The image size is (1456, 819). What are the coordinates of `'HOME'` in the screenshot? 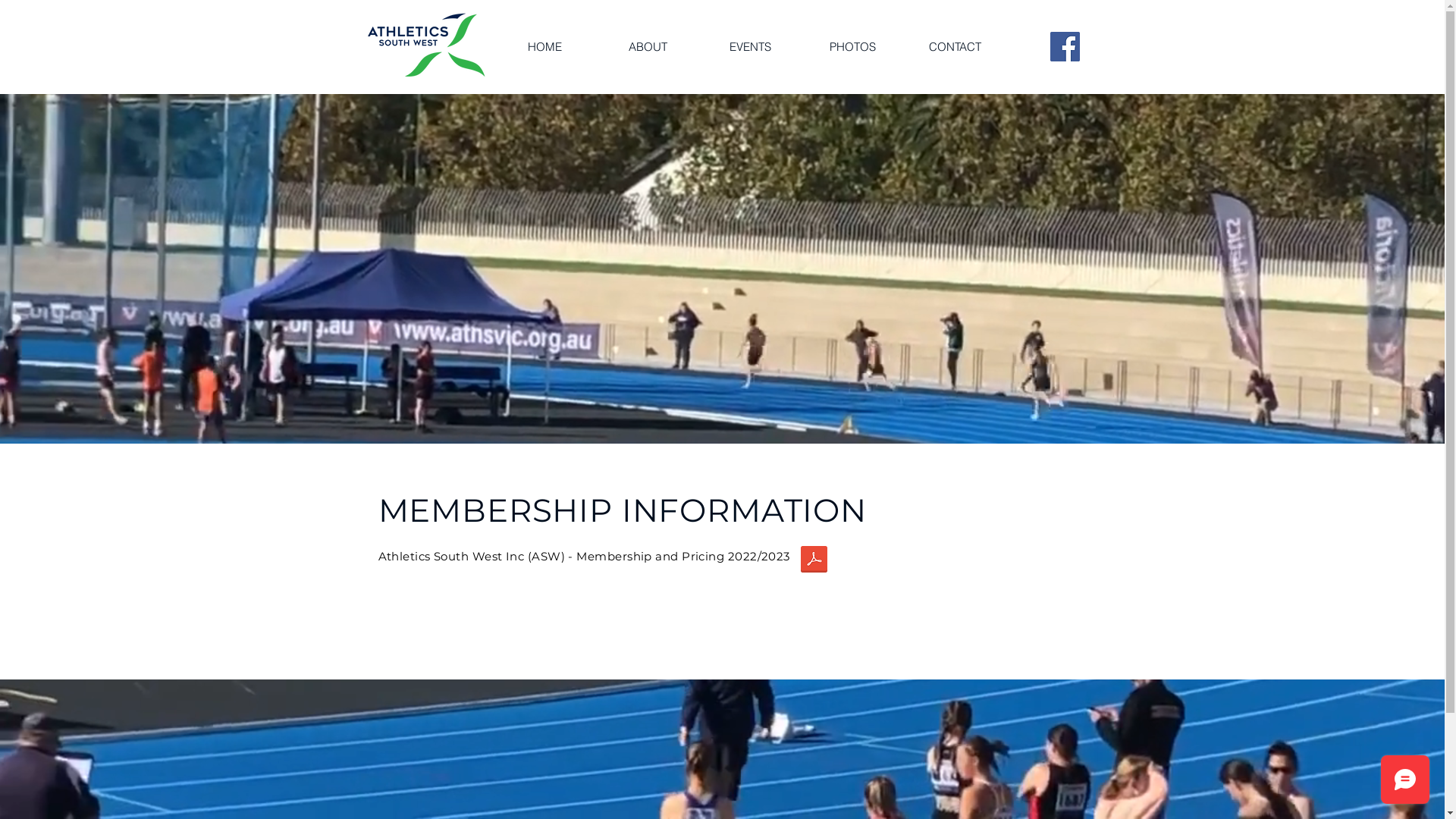 It's located at (544, 45).